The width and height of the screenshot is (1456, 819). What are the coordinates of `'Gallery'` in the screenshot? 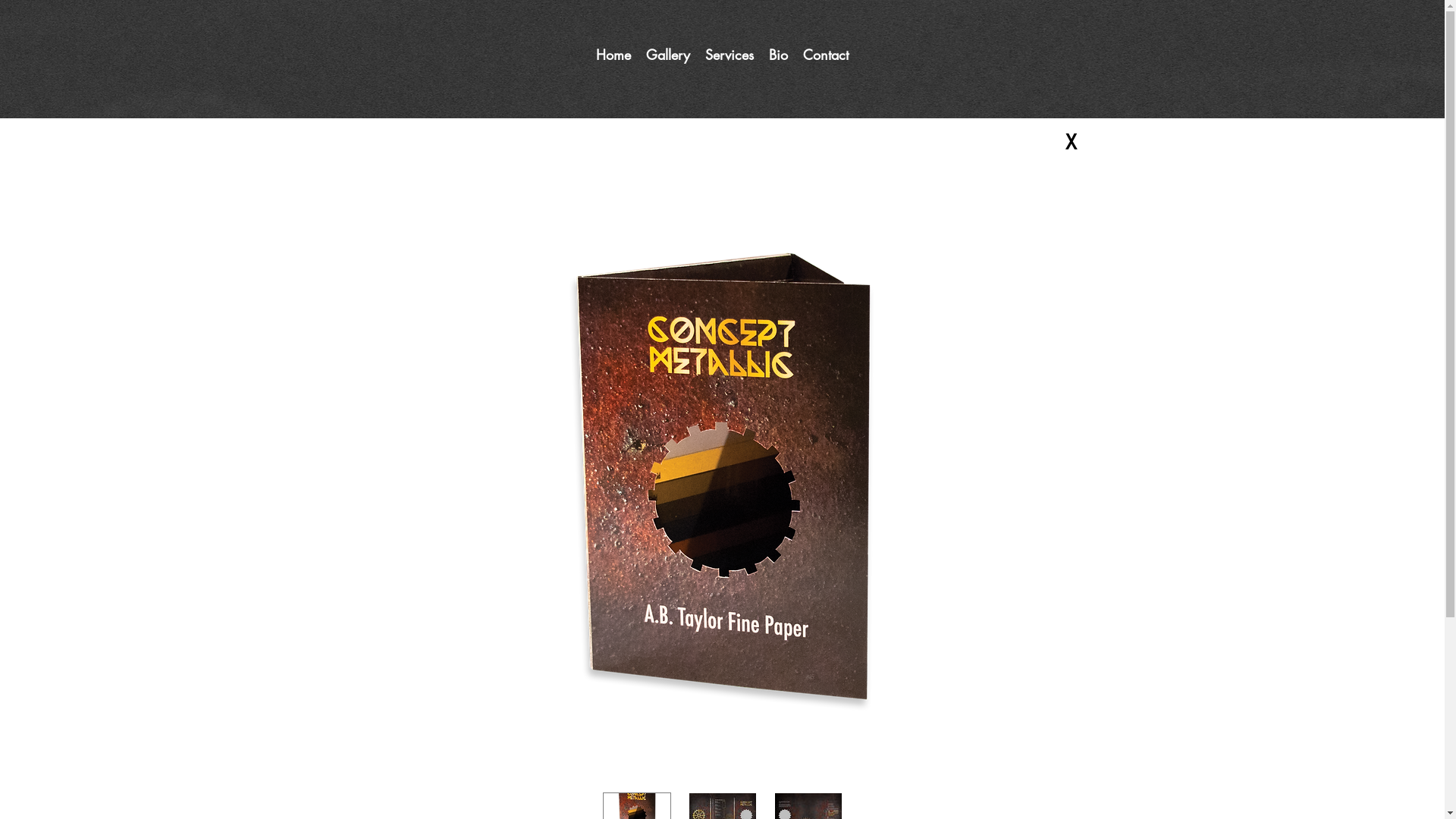 It's located at (667, 54).